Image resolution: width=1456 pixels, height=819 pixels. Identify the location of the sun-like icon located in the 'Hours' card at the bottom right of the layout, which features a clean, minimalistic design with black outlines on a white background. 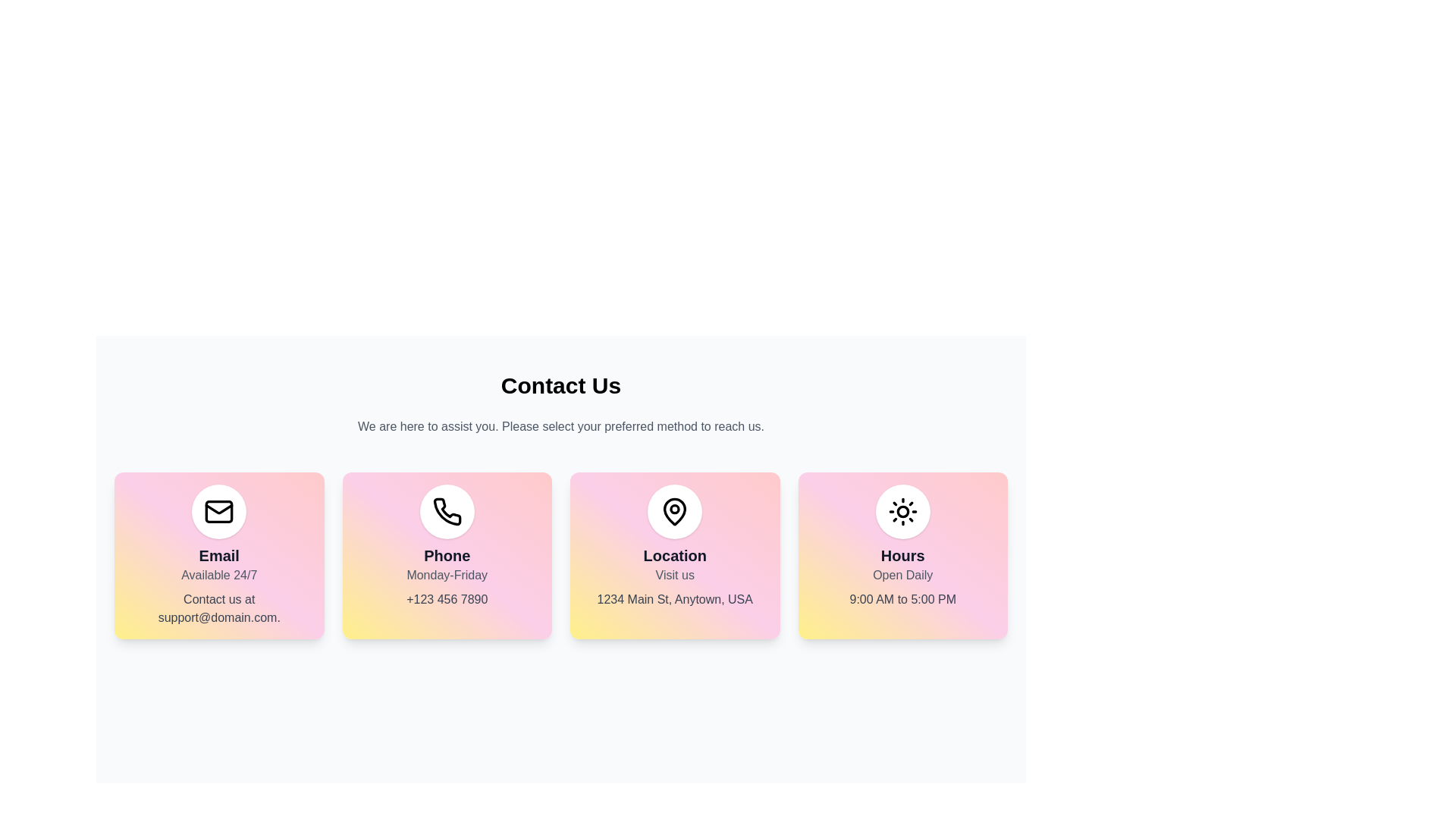
(902, 512).